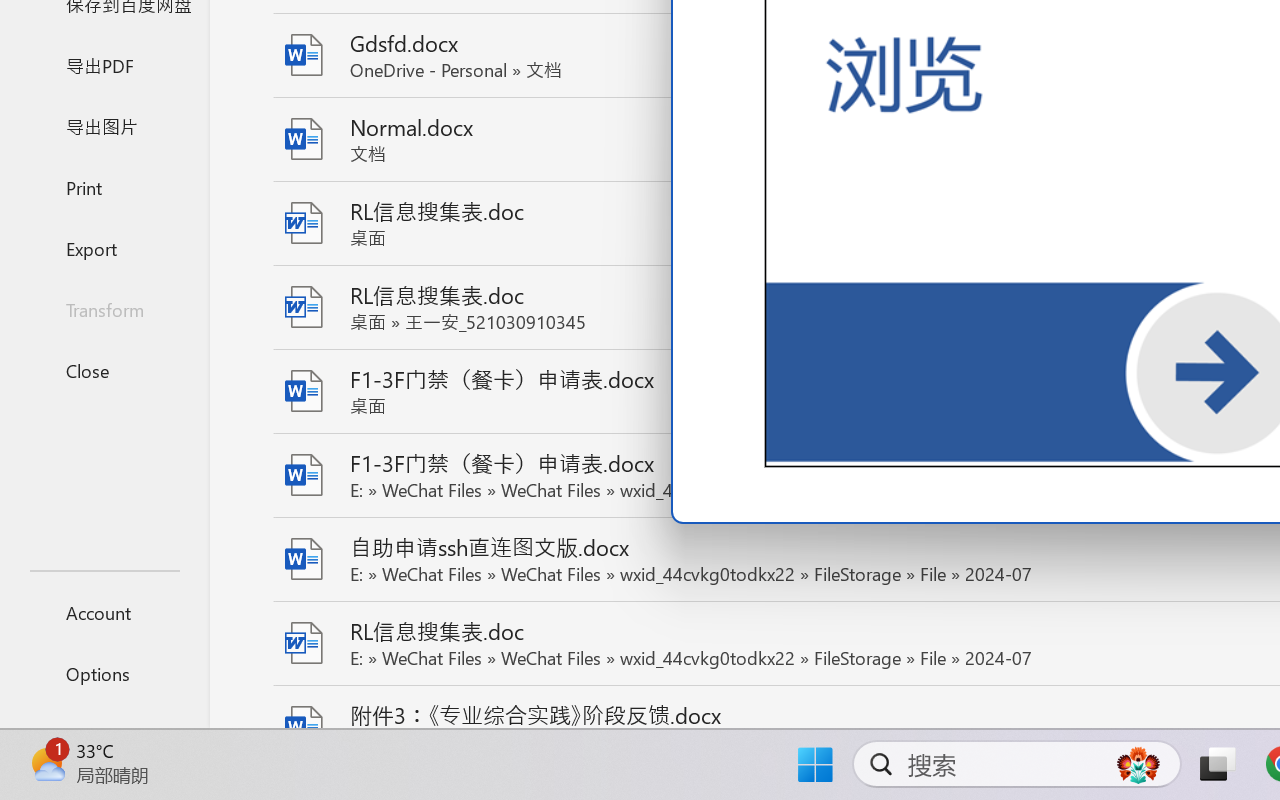 Image resolution: width=1280 pixels, height=800 pixels. Describe the element at coordinates (103, 308) in the screenshot. I see `'Transform'` at that location.